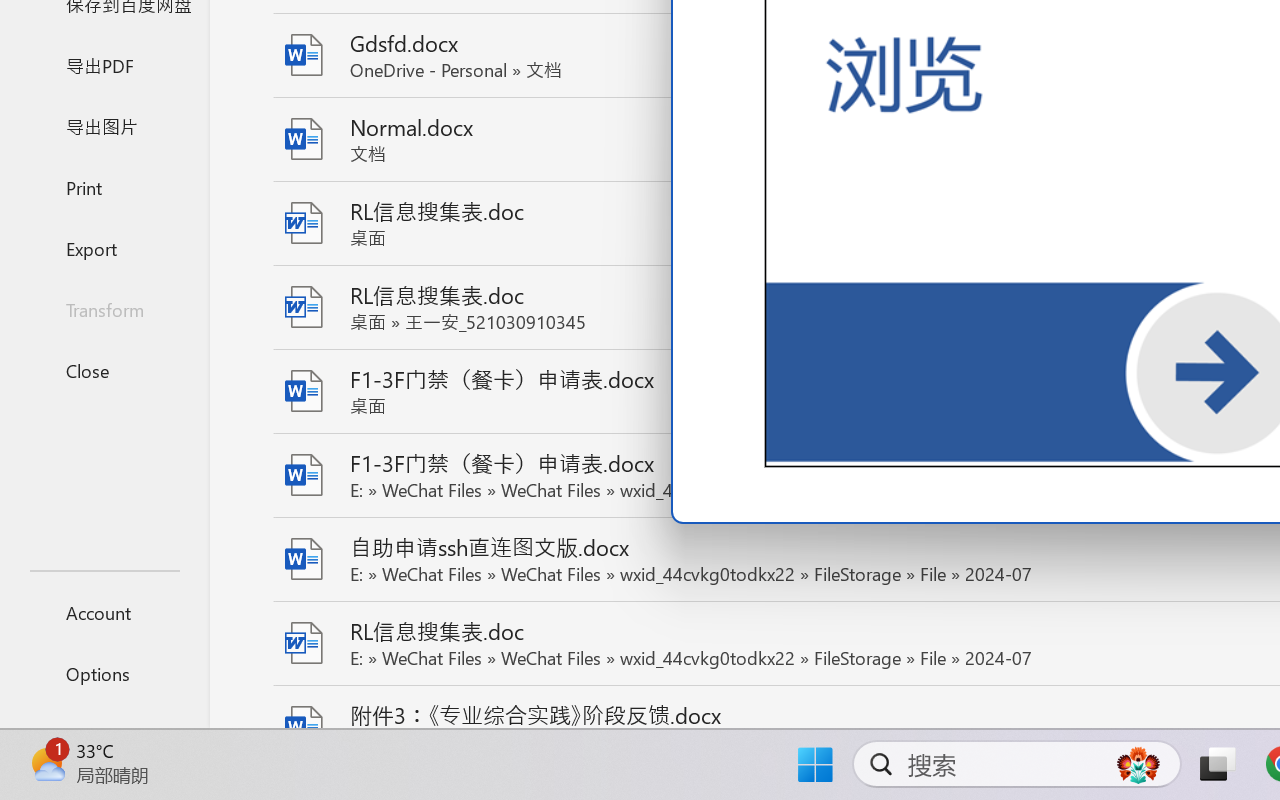 Image resolution: width=1280 pixels, height=800 pixels. Describe the element at coordinates (103, 308) in the screenshot. I see `'Transform'` at that location.